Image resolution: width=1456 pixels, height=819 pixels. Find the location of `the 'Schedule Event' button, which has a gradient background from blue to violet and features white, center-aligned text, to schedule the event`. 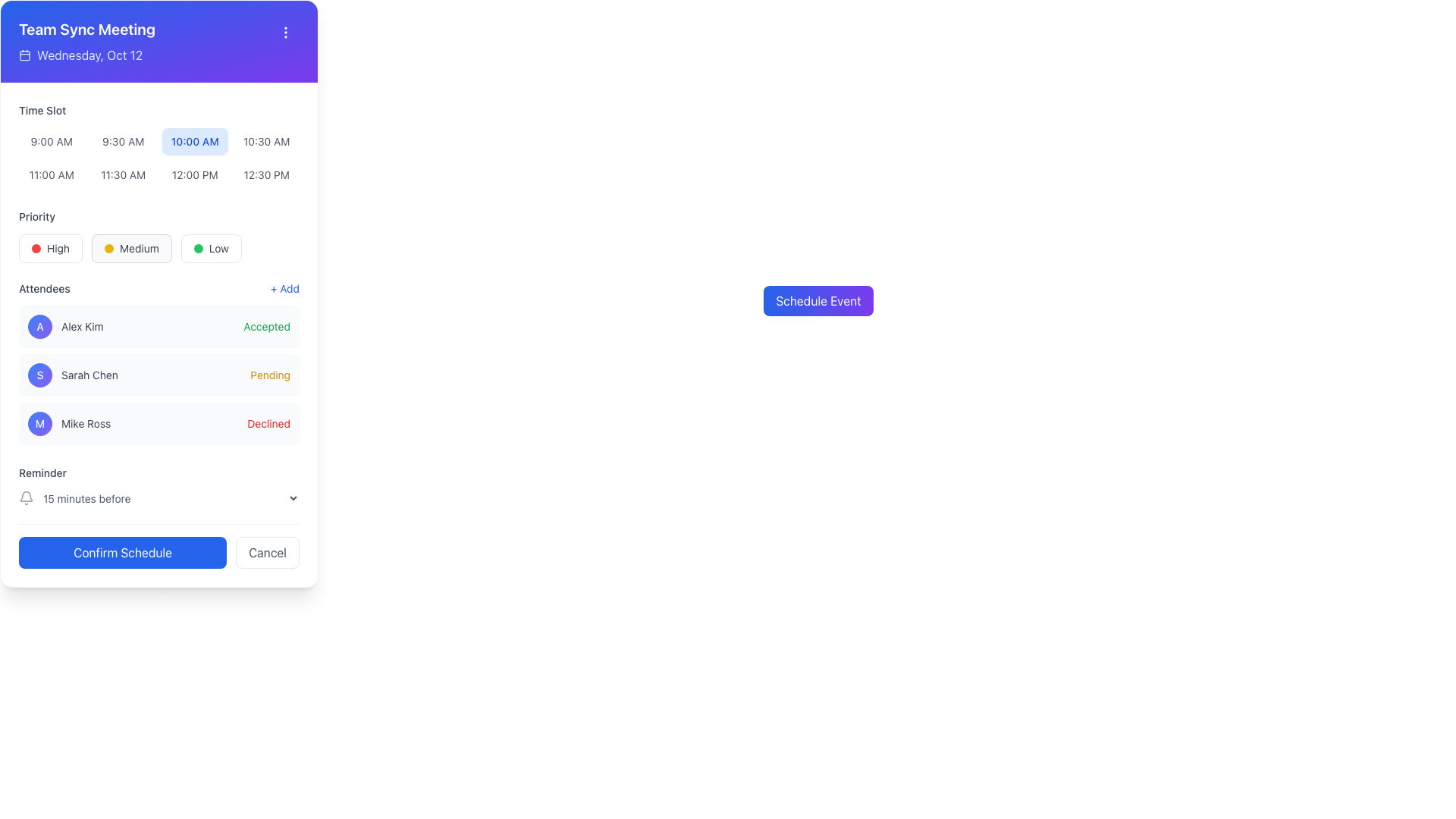

the 'Schedule Event' button, which has a gradient background from blue to violet and features white, center-aligned text, to schedule the event is located at coordinates (817, 301).